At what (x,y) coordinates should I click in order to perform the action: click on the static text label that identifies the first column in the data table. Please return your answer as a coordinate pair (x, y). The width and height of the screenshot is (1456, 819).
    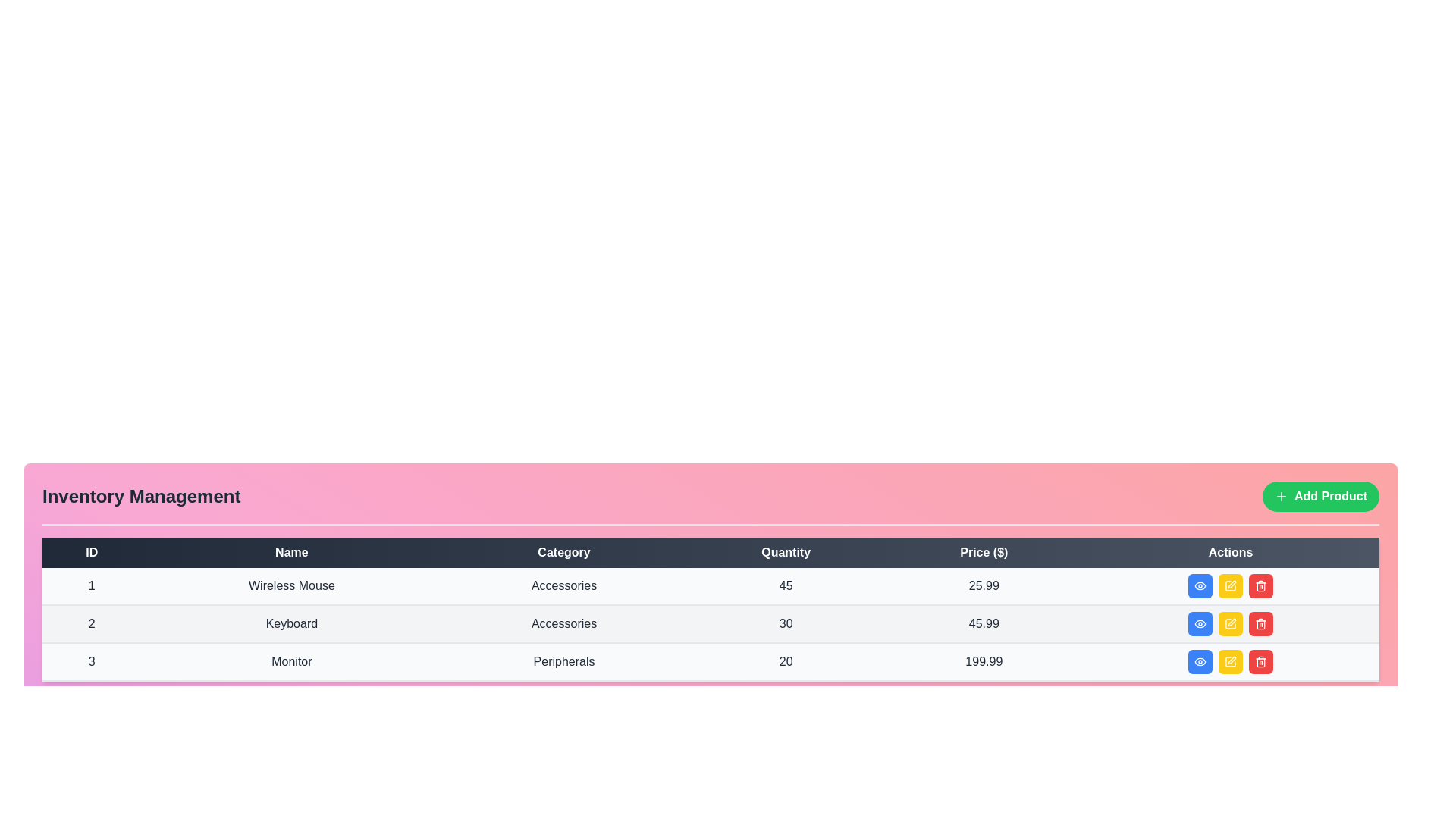
    Looking at the image, I should click on (91, 553).